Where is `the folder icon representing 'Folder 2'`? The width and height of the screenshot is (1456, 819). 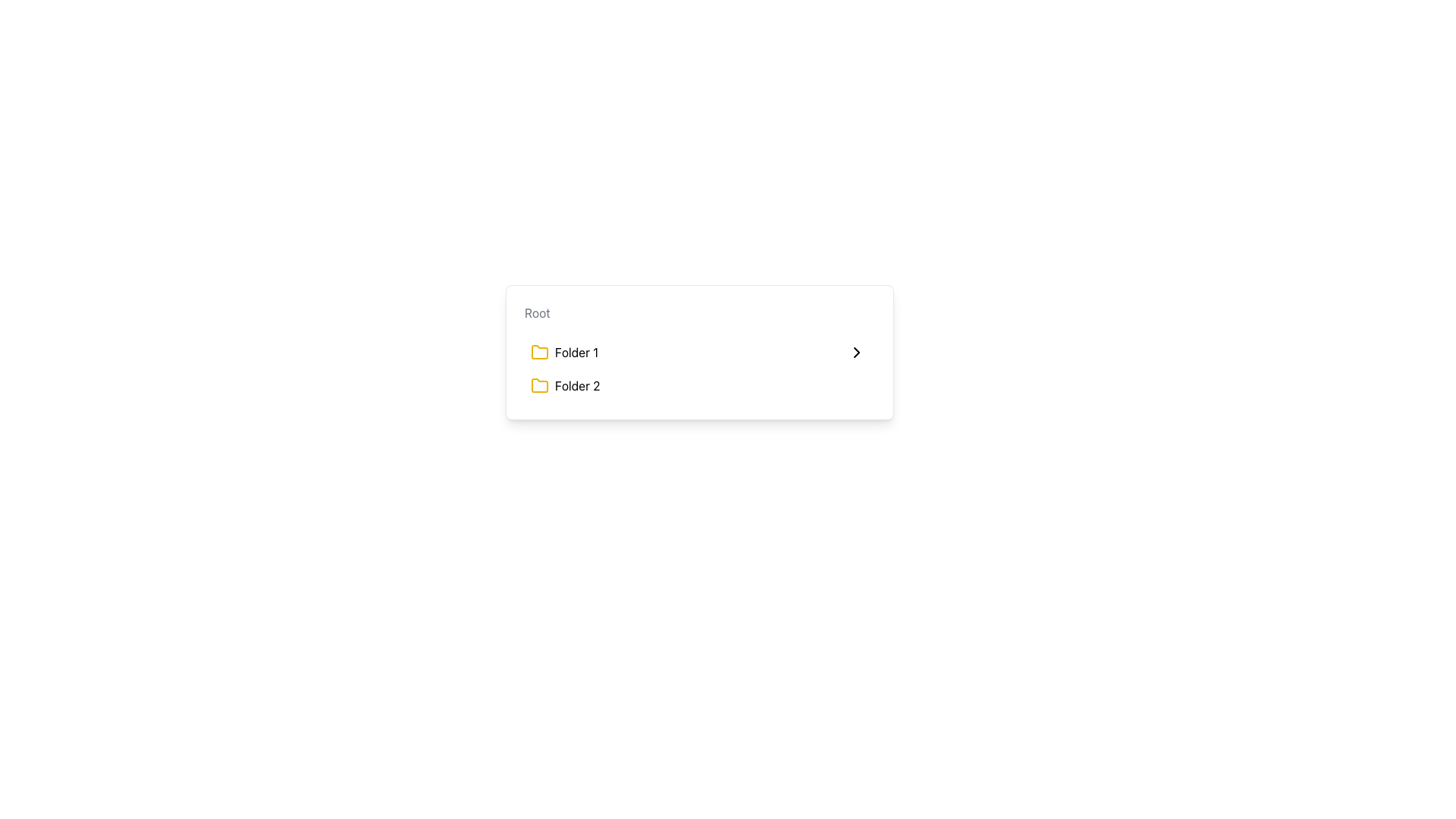
the folder icon representing 'Folder 2' is located at coordinates (539, 385).